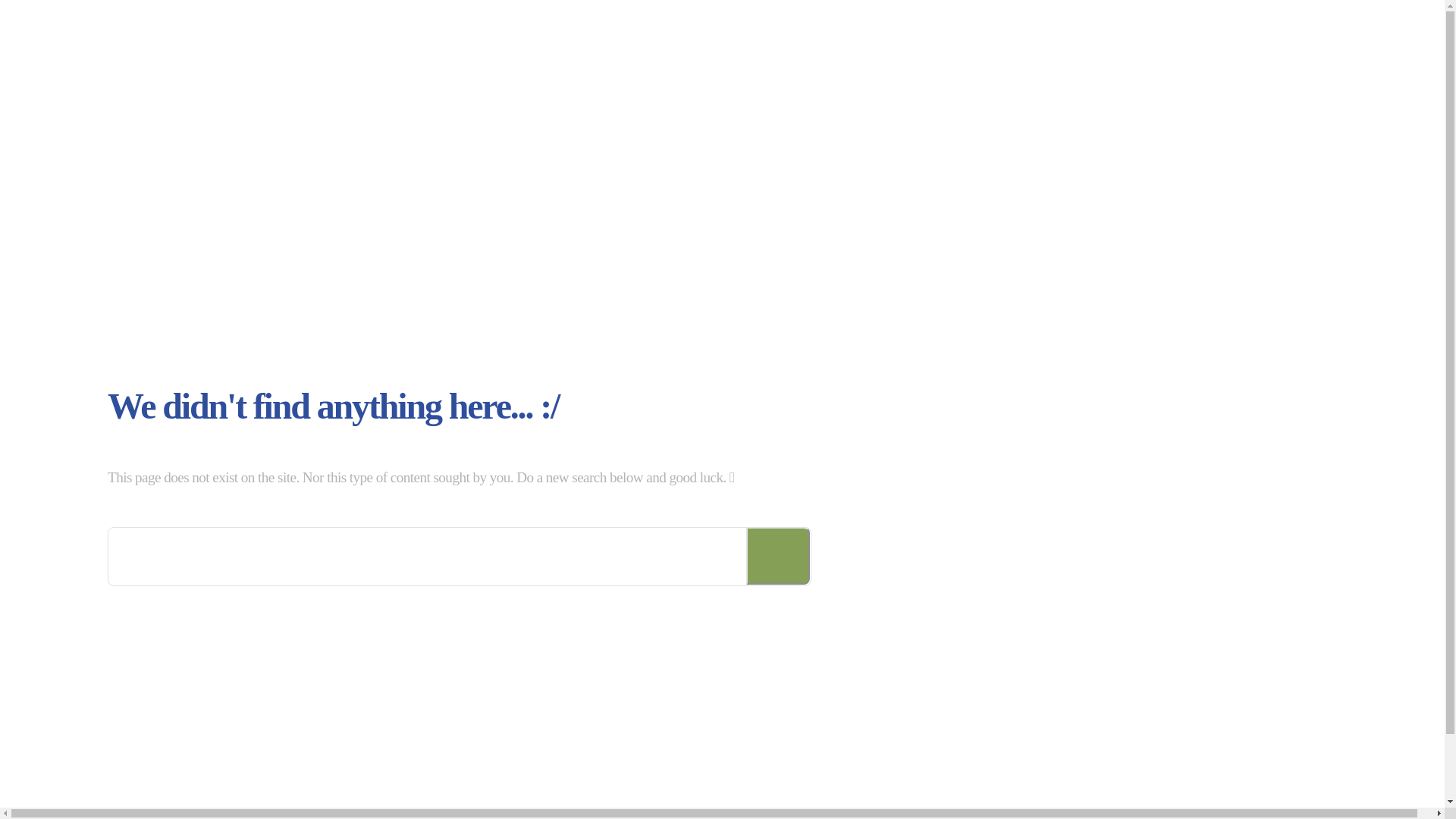 Image resolution: width=1456 pixels, height=819 pixels. I want to click on 'Mail', so click(1202, 799).